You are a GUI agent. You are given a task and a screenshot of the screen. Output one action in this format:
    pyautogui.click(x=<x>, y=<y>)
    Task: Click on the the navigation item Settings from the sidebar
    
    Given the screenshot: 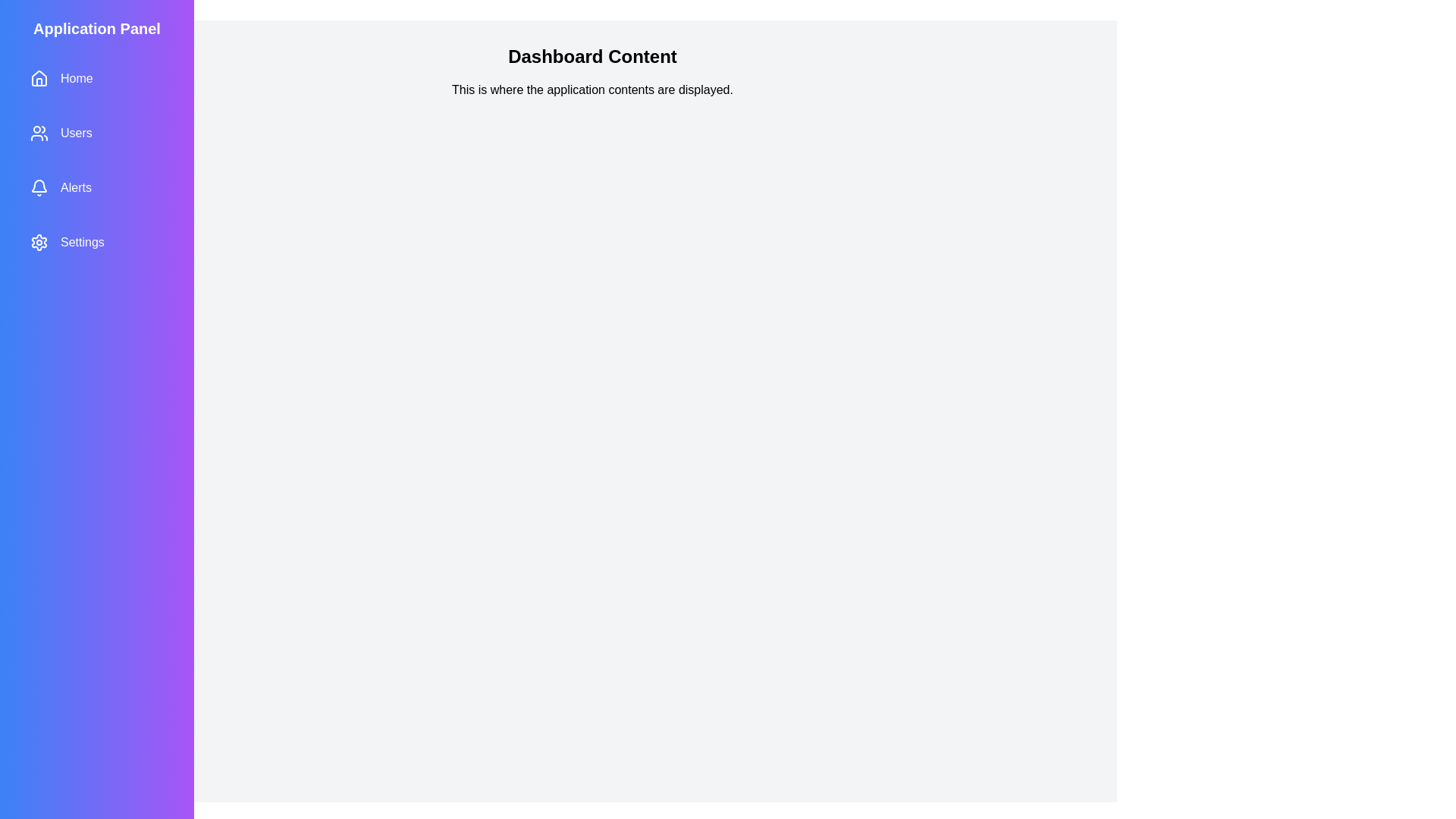 What is the action you would take?
    pyautogui.click(x=96, y=242)
    